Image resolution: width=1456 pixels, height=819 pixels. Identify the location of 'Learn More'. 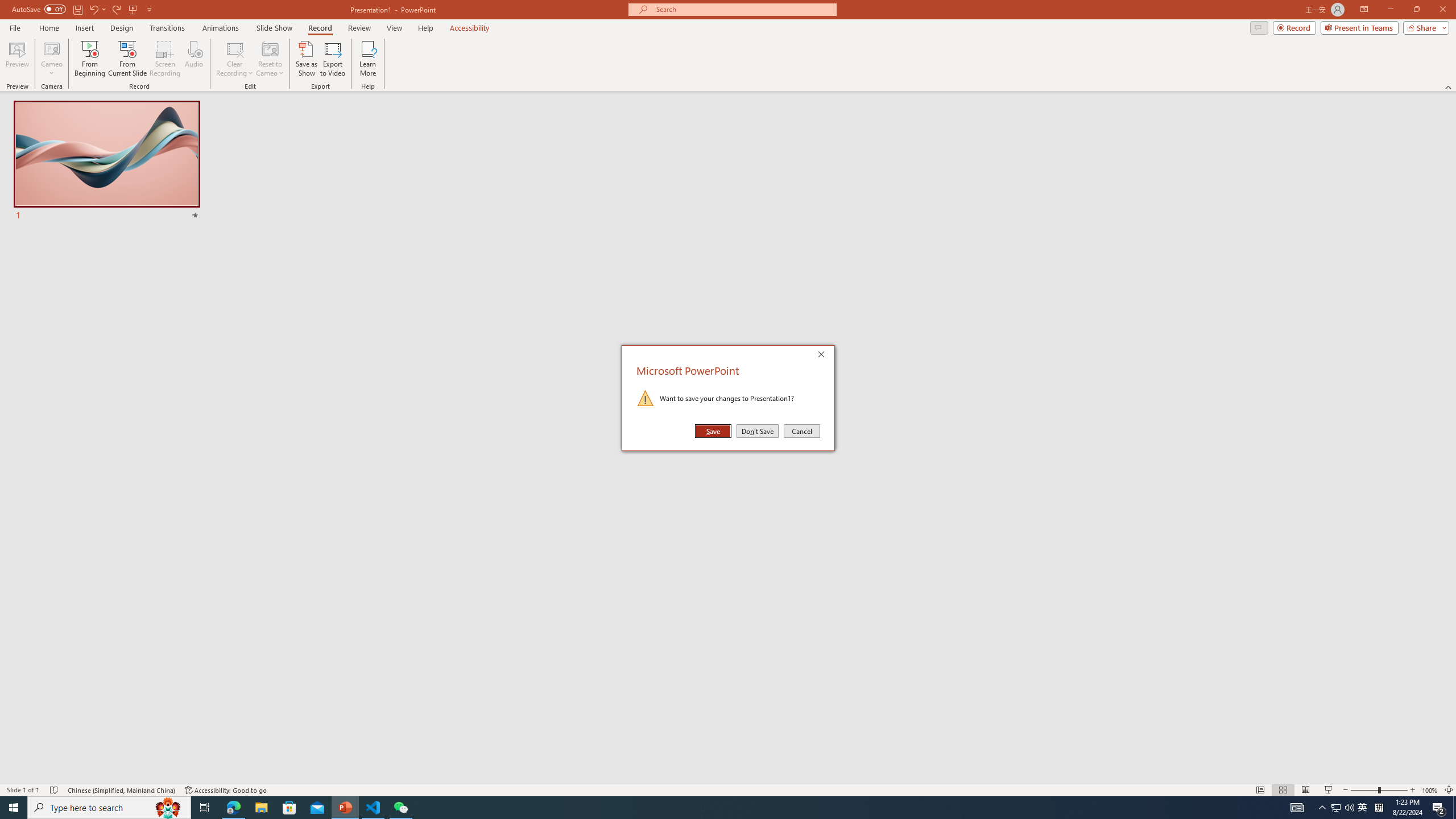
(368, 59).